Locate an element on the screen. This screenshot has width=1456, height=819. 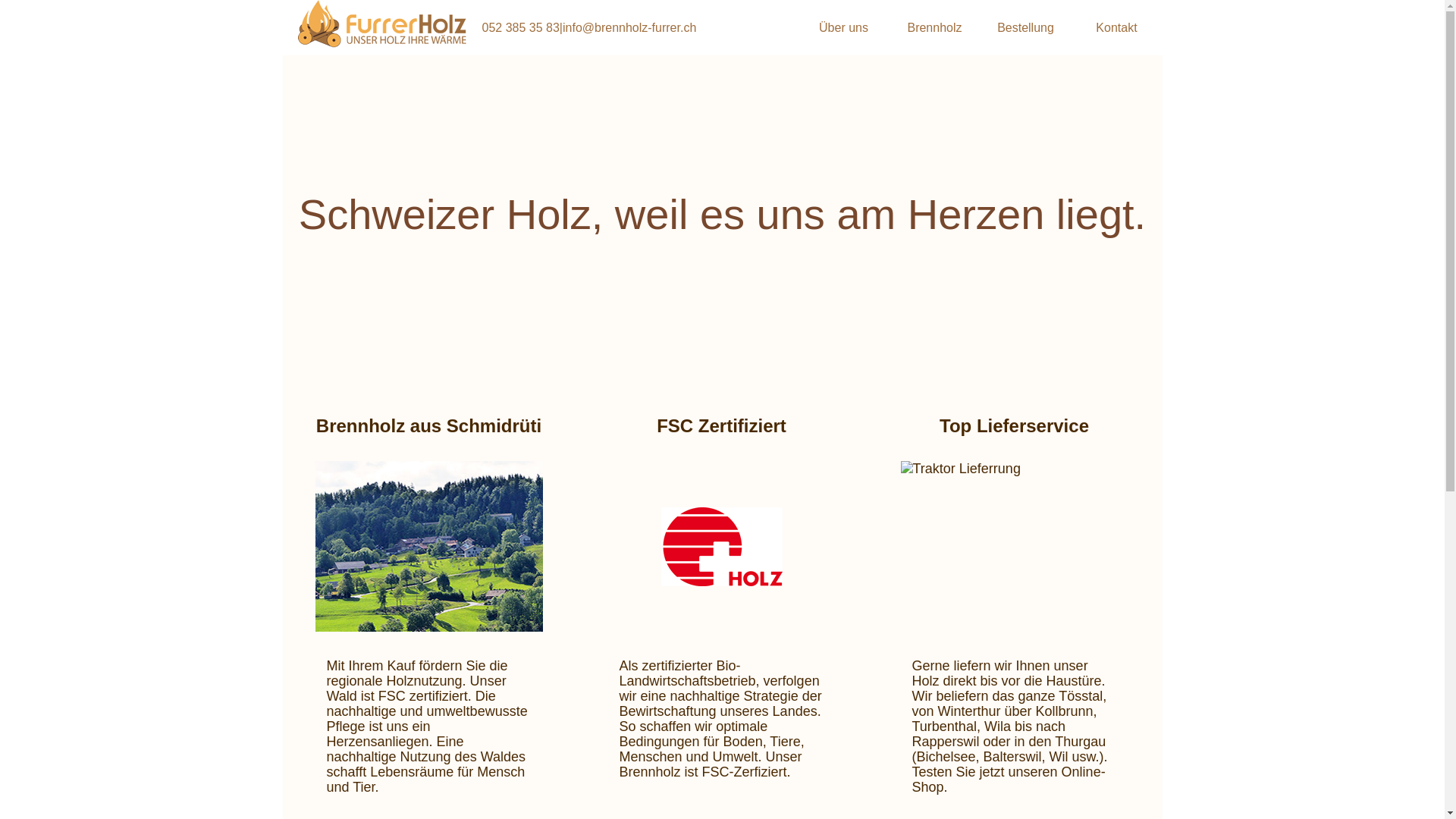
'Kontakt' is located at coordinates (1095, 27).